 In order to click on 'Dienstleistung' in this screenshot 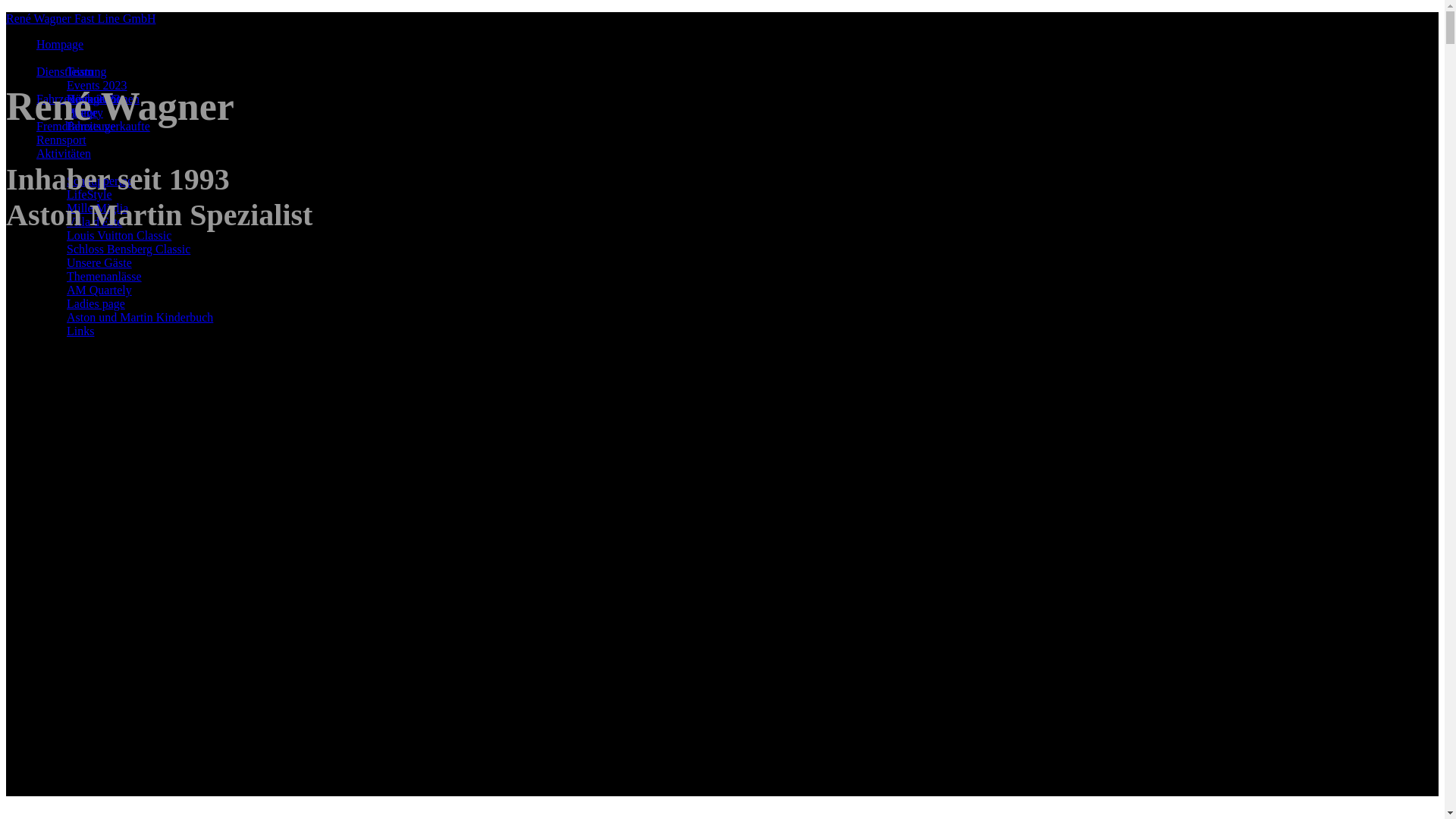, I will do `click(71, 71)`.